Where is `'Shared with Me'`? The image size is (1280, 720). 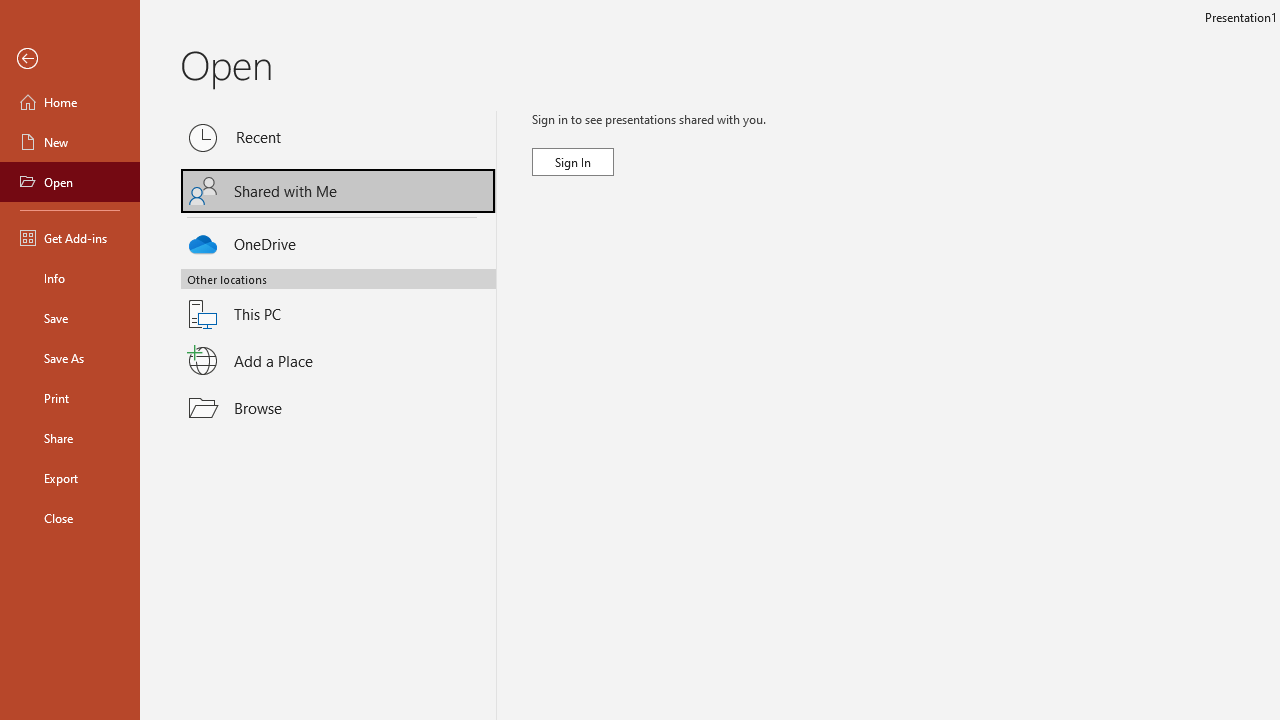 'Shared with Me' is located at coordinates (338, 191).